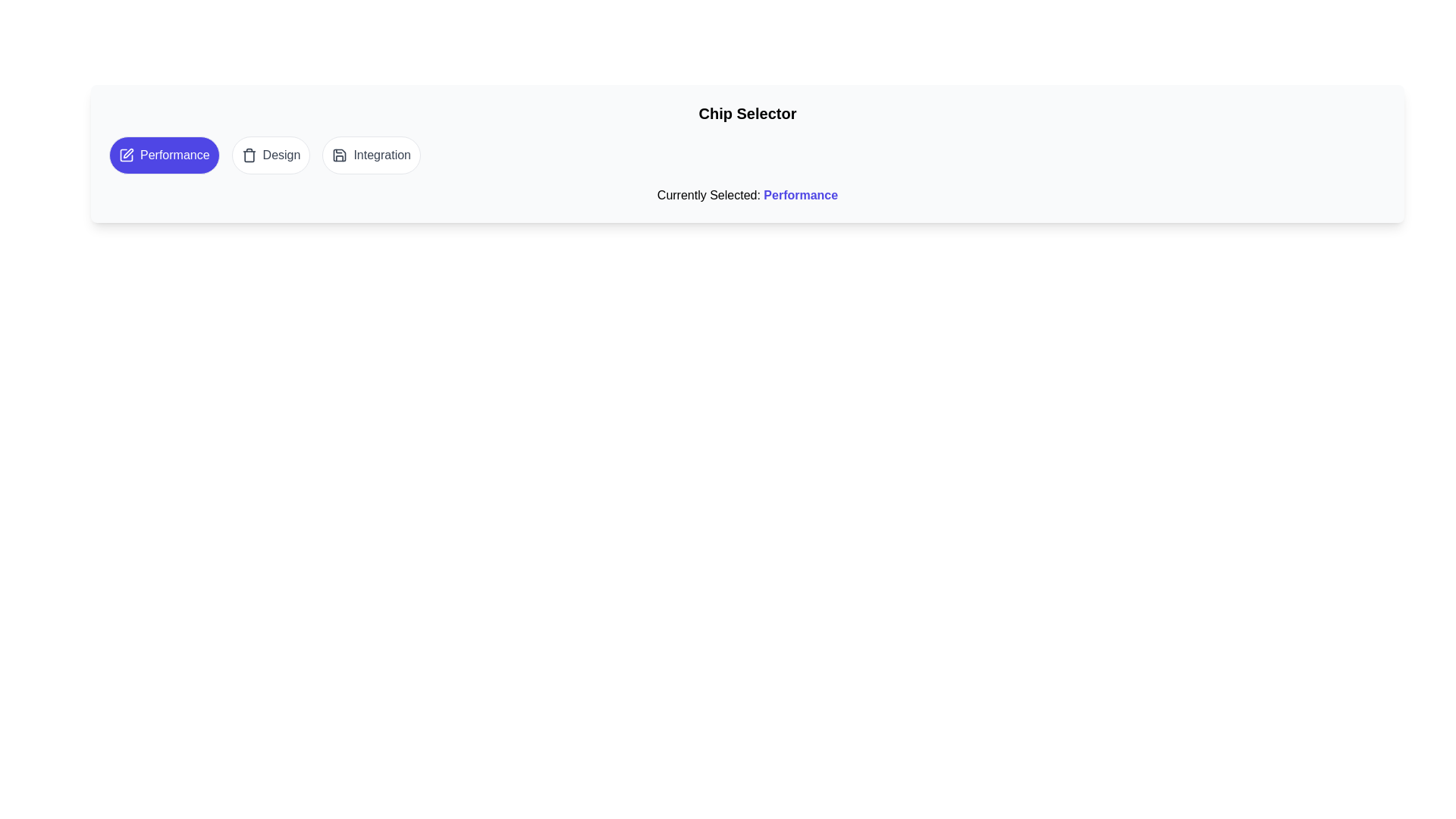  What do you see at coordinates (371, 155) in the screenshot?
I see `the chip labeled 'Integration' to select it` at bounding box center [371, 155].